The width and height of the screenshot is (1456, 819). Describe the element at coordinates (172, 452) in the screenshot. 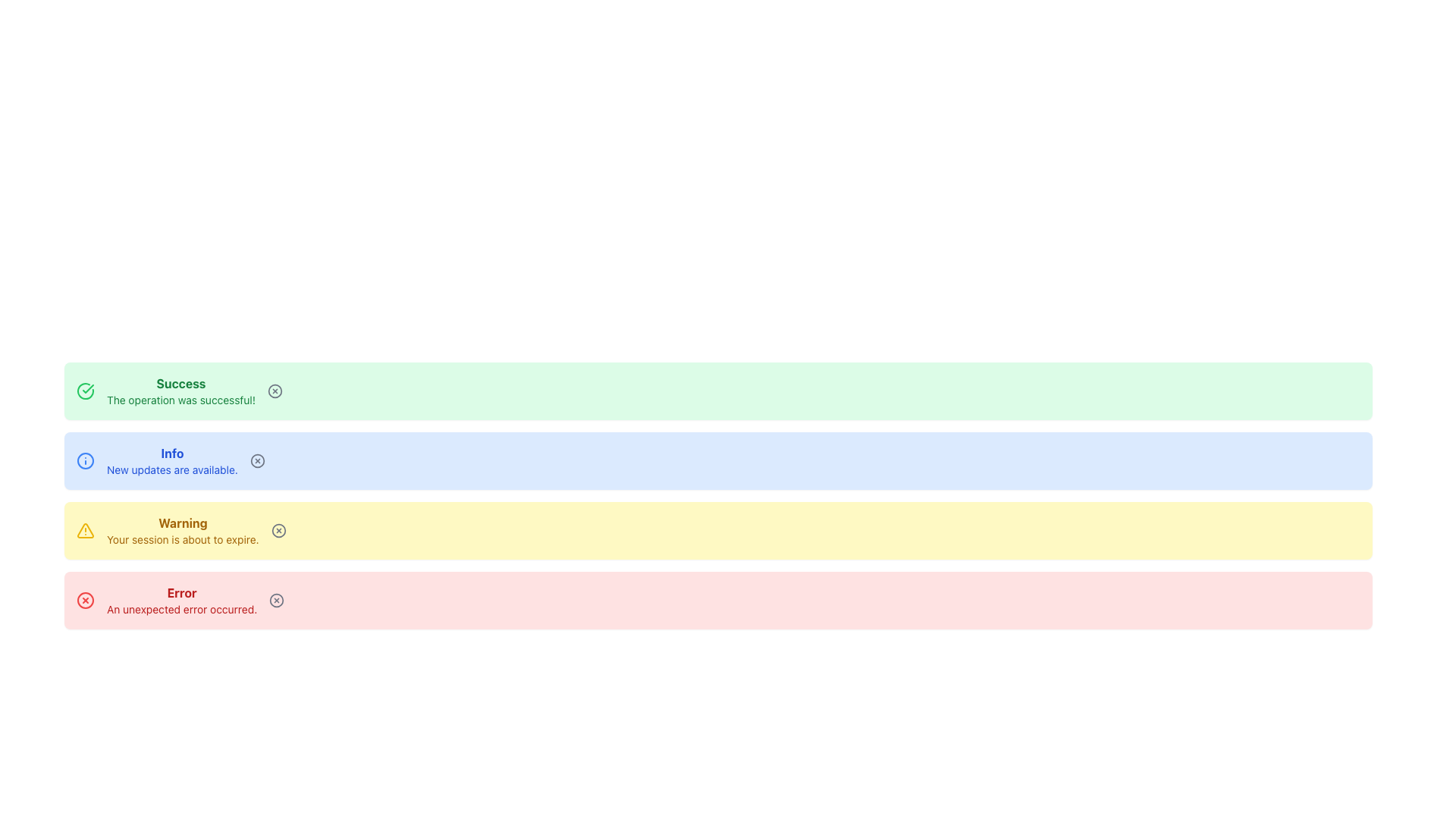

I see `the bold text label displaying the word 'Info' for accessibility purposes, located in the center of a light blue alert box above the text 'New updates are available.'` at that location.